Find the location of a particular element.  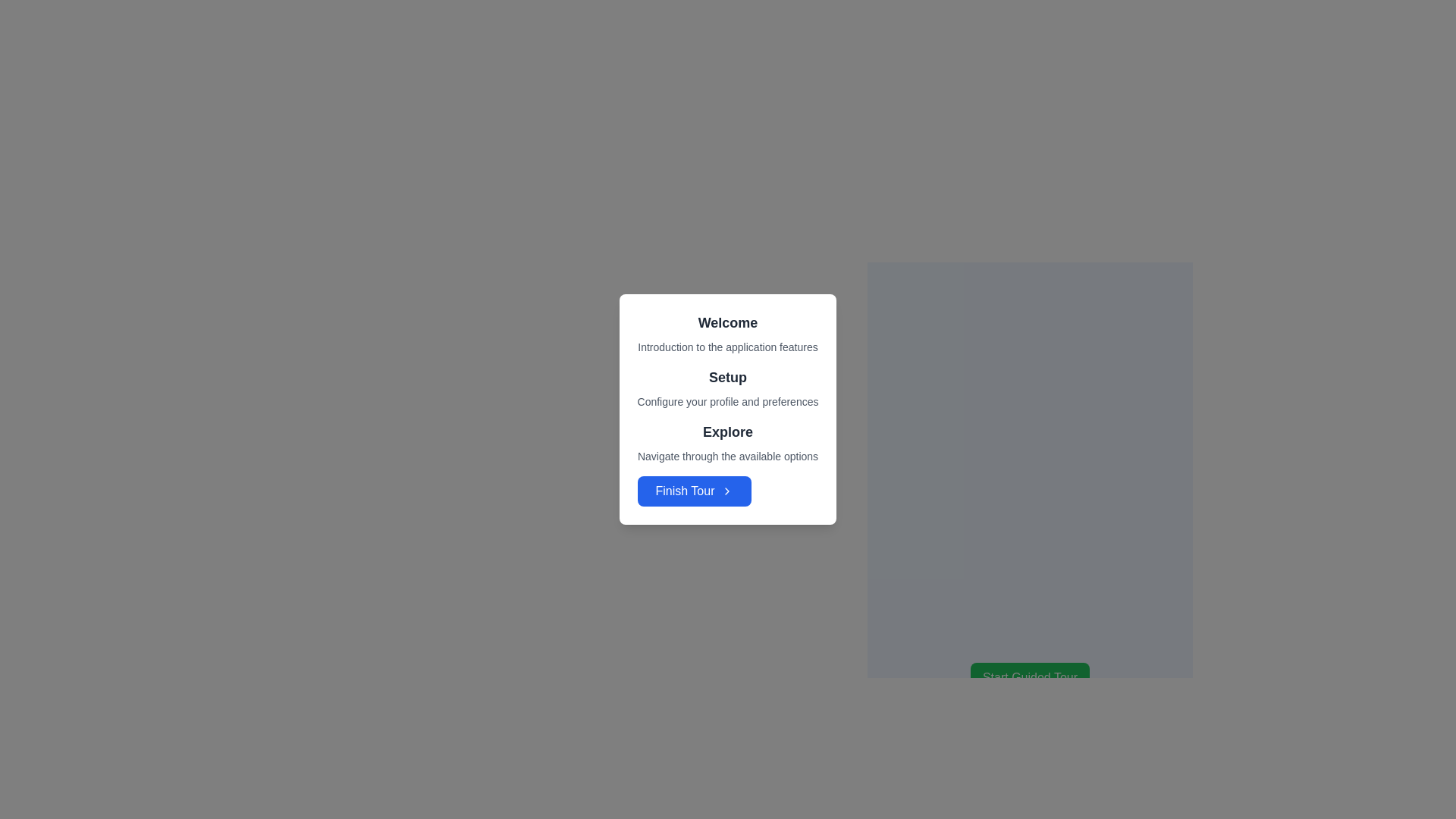

informational text that provides a brief introduction about the application's features, positioned below the 'Welcome' text is located at coordinates (728, 347).